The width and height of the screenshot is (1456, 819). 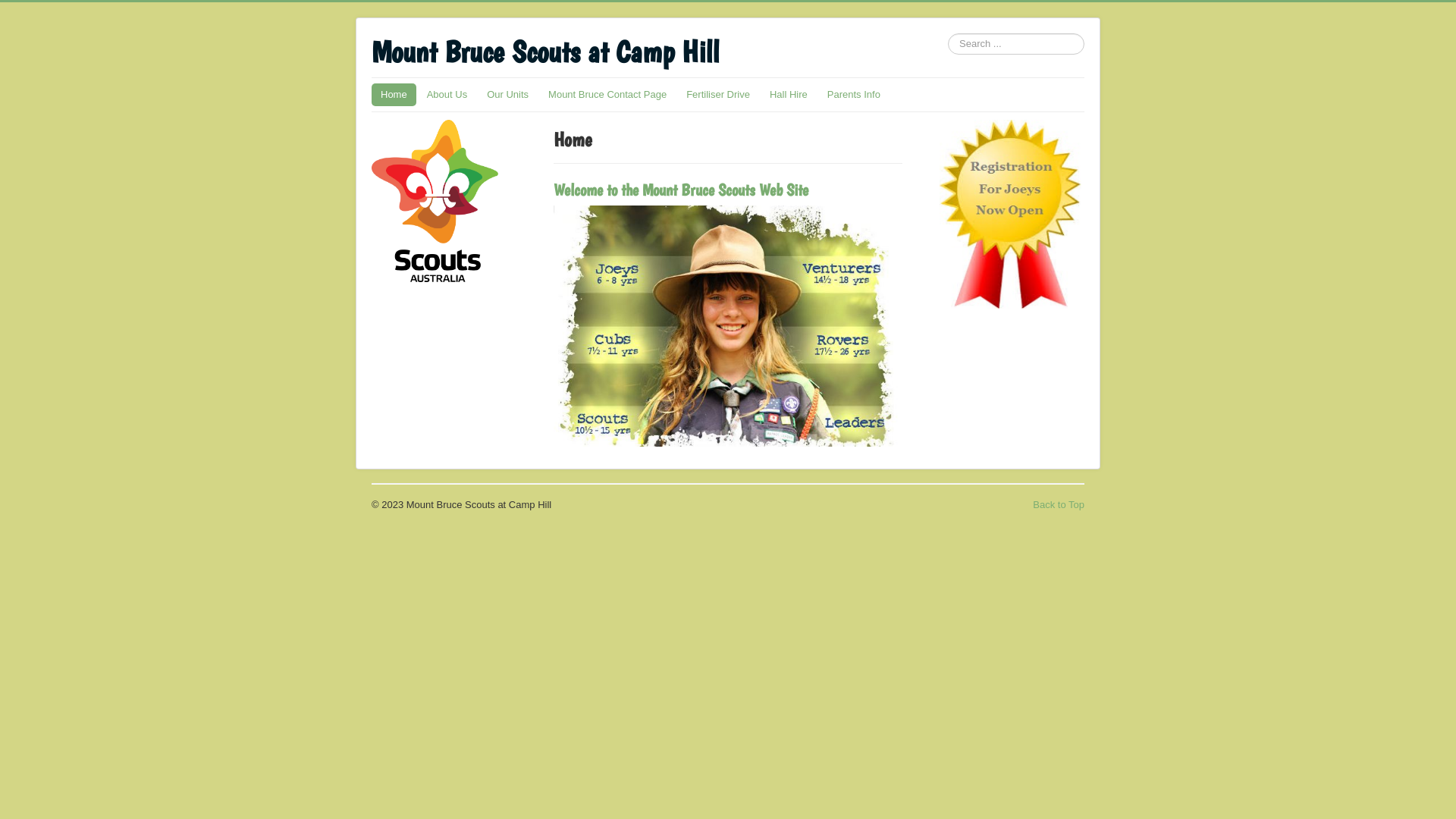 I want to click on 'Our Units', so click(x=507, y=94).